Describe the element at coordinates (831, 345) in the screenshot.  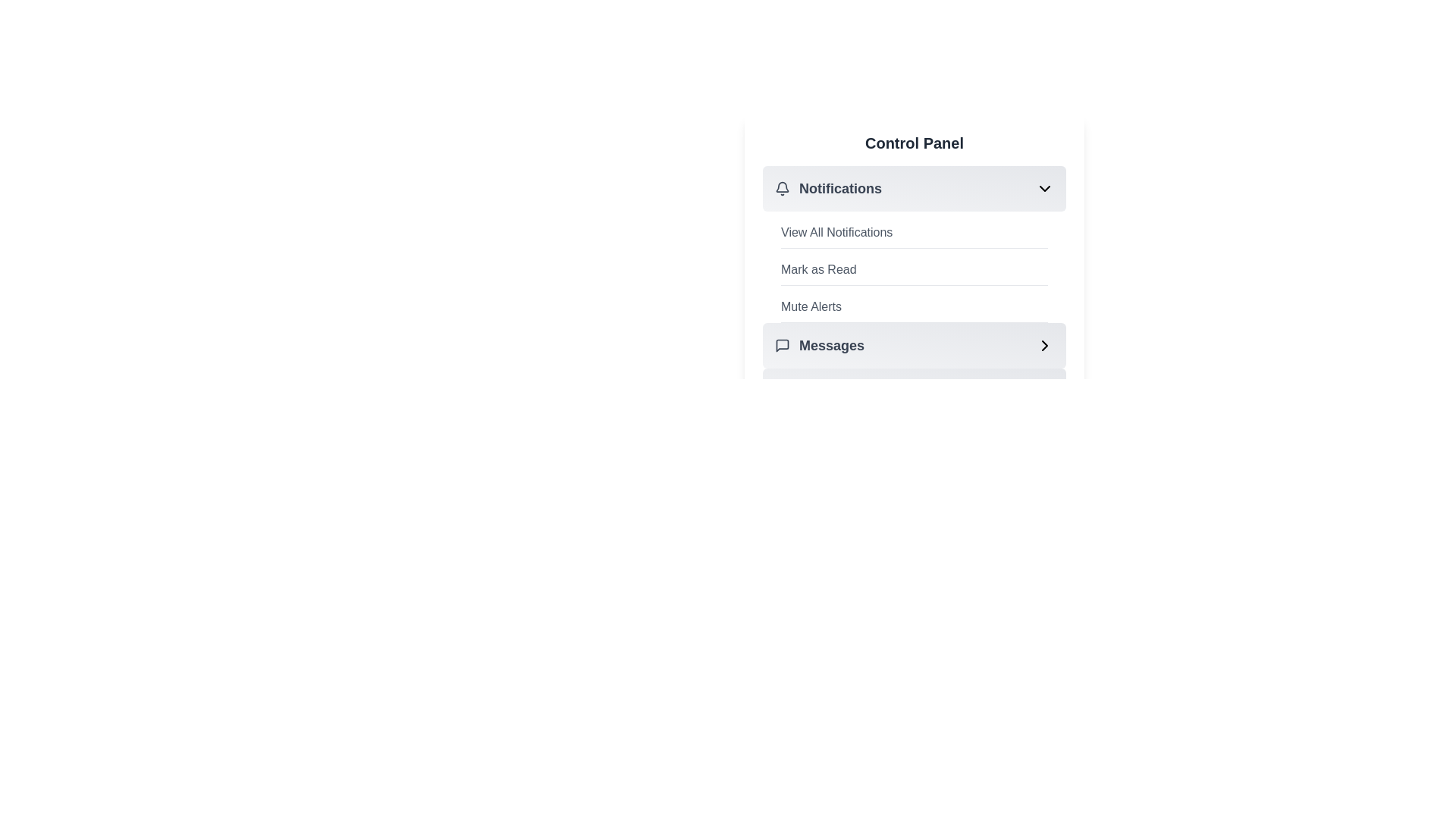
I see `the text label displaying 'Messages', which is styled in bold font and larger size, located in the Notifications section of the control panel` at that location.